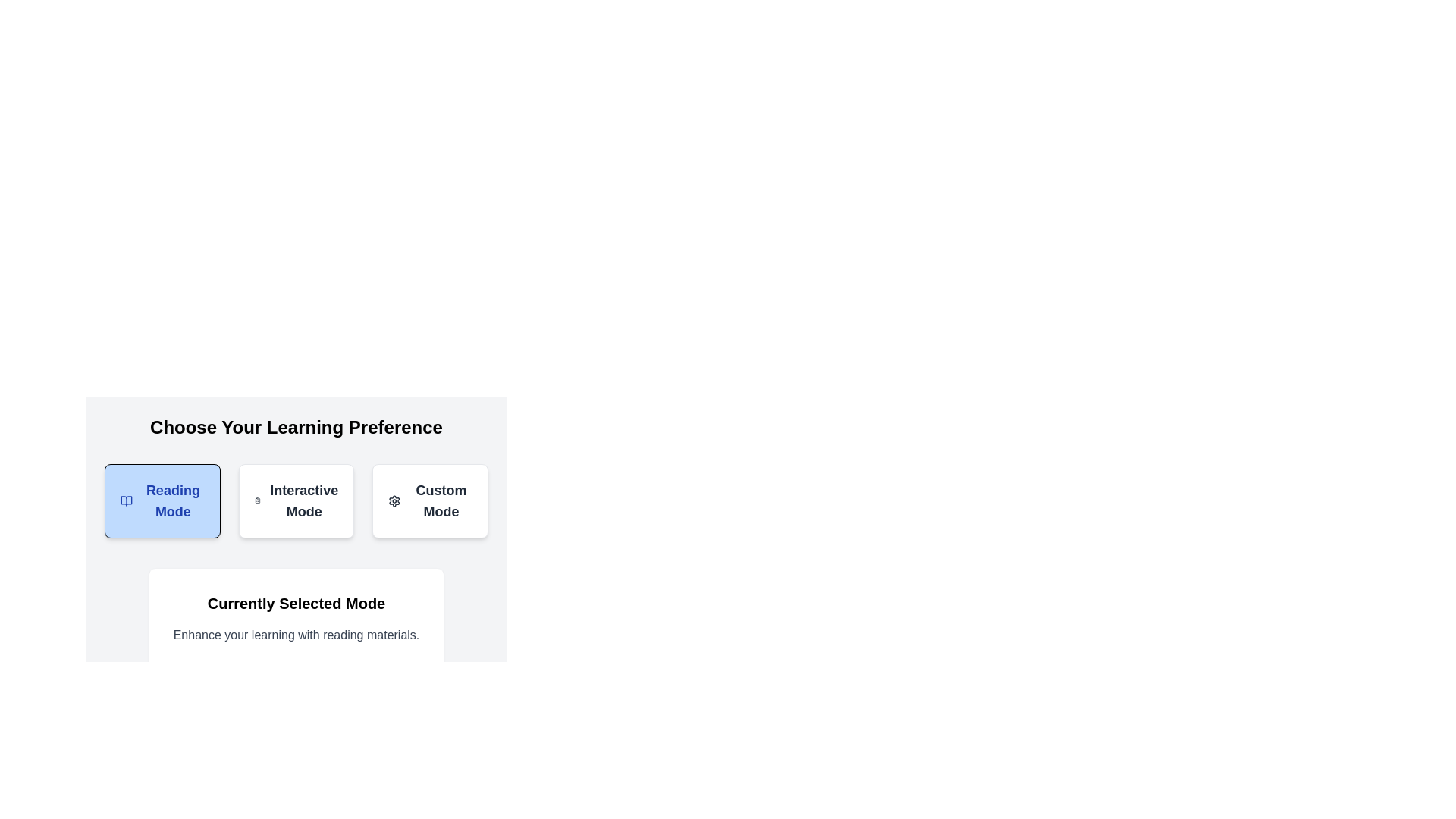 This screenshot has width=1456, height=819. Describe the element at coordinates (162, 500) in the screenshot. I see `the learning mode Reading Mode` at that location.